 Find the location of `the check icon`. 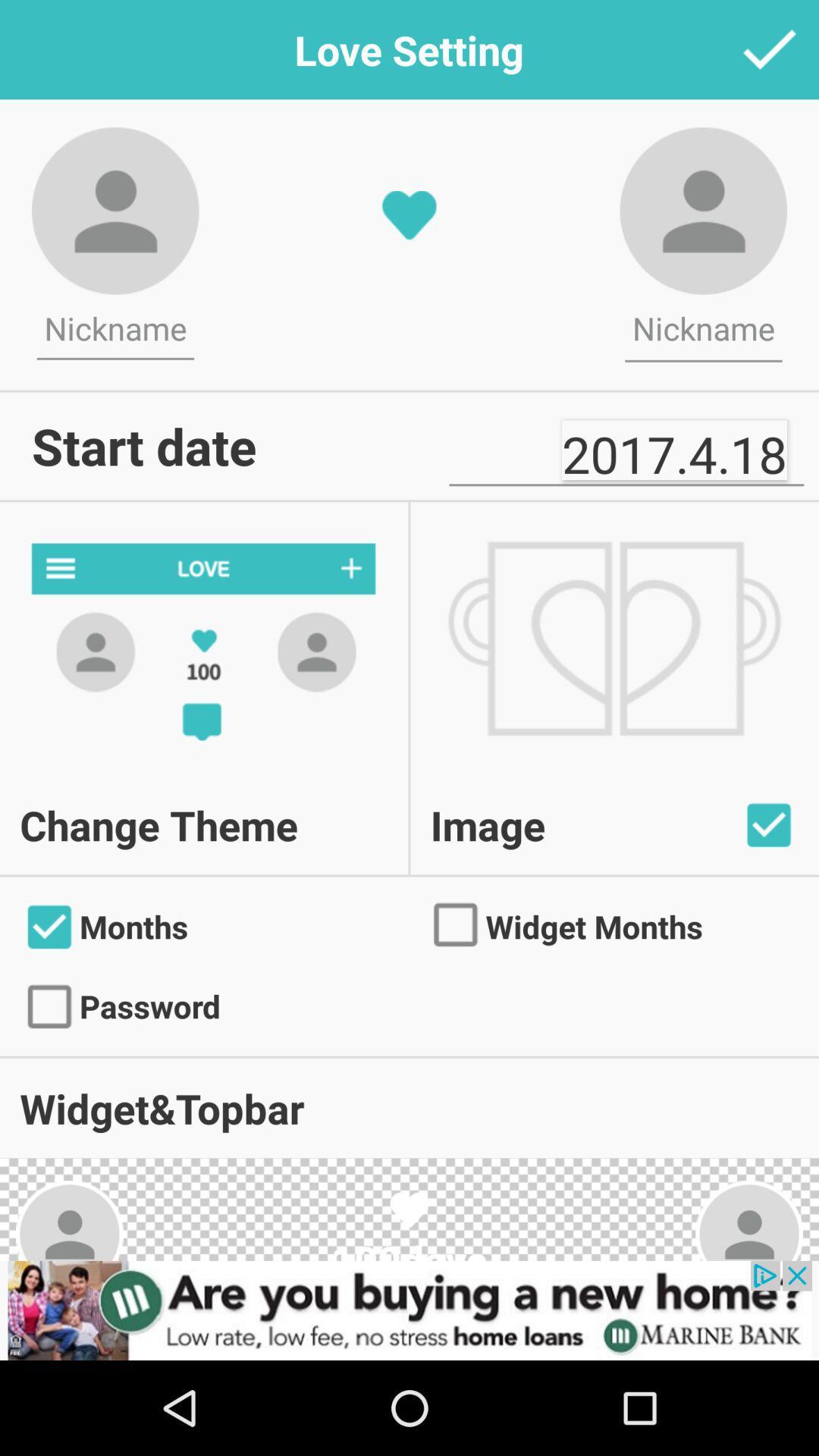

the check icon is located at coordinates (49, 991).